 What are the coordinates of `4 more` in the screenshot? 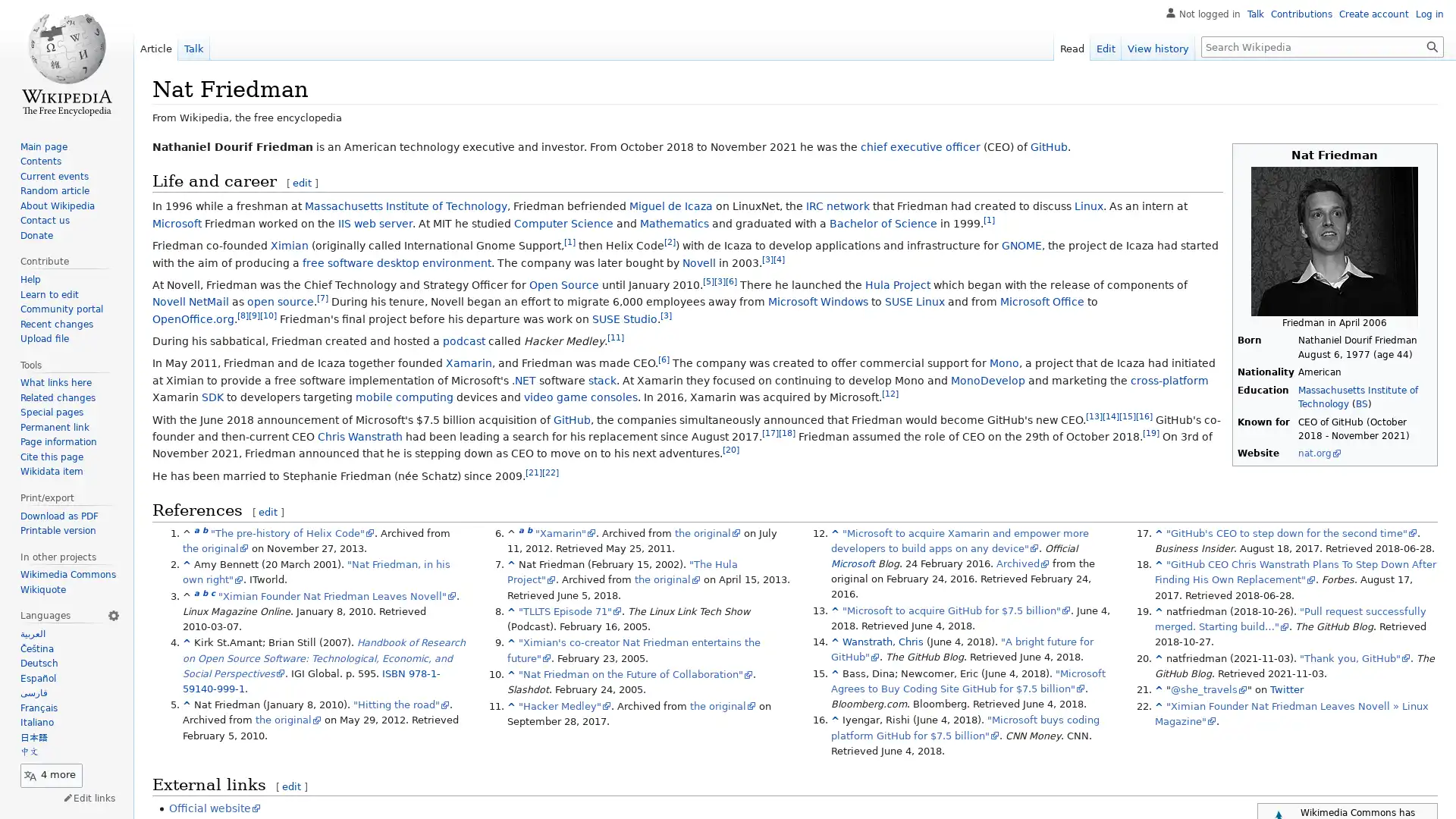 It's located at (51, 775).